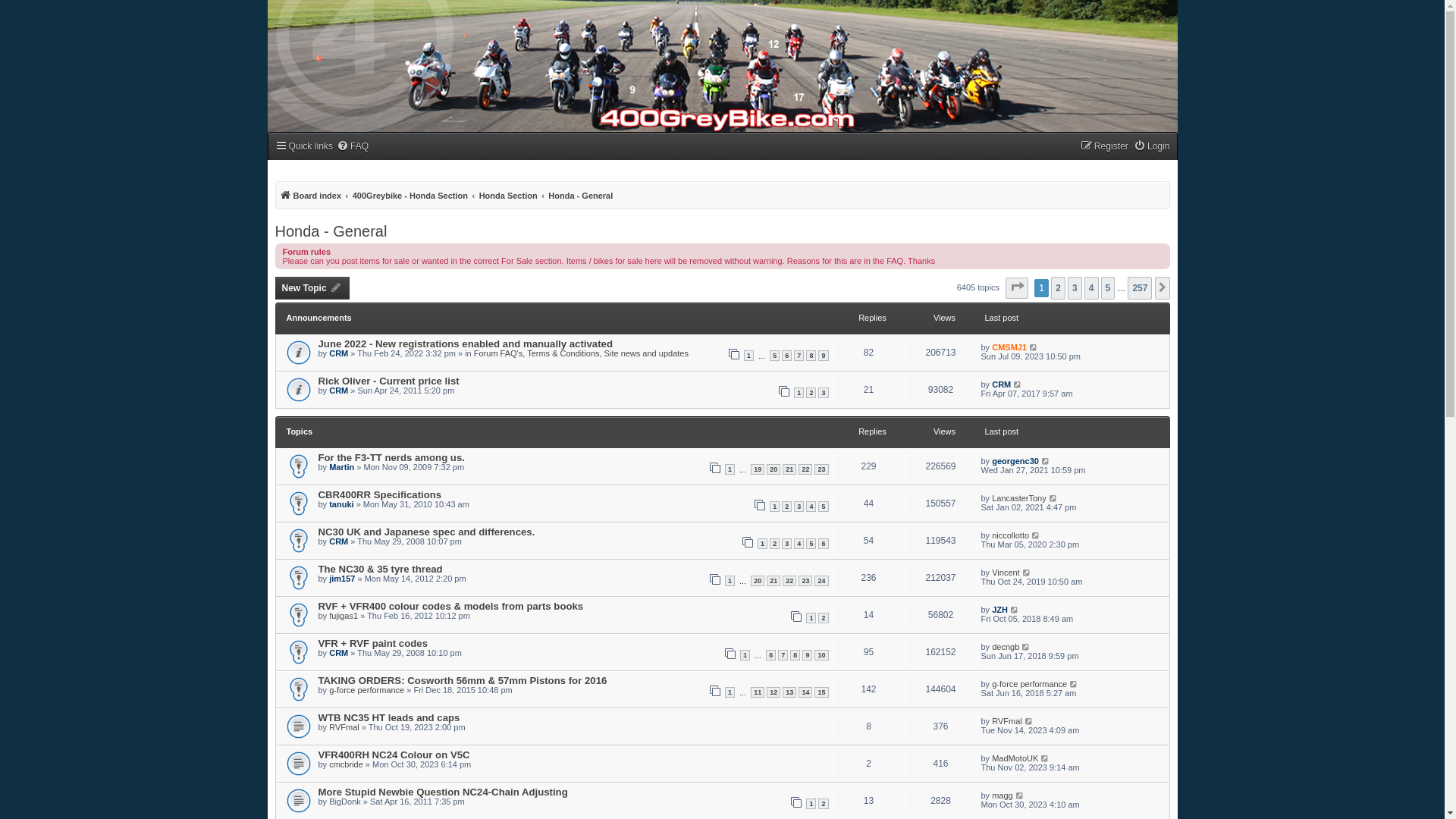 Image resolution: width=1456 pixels, height=819 pixels. What do you see at coordinates (340, 504) in the screenshot?
I see `'tanuki'` at bounding box center [340, 504].